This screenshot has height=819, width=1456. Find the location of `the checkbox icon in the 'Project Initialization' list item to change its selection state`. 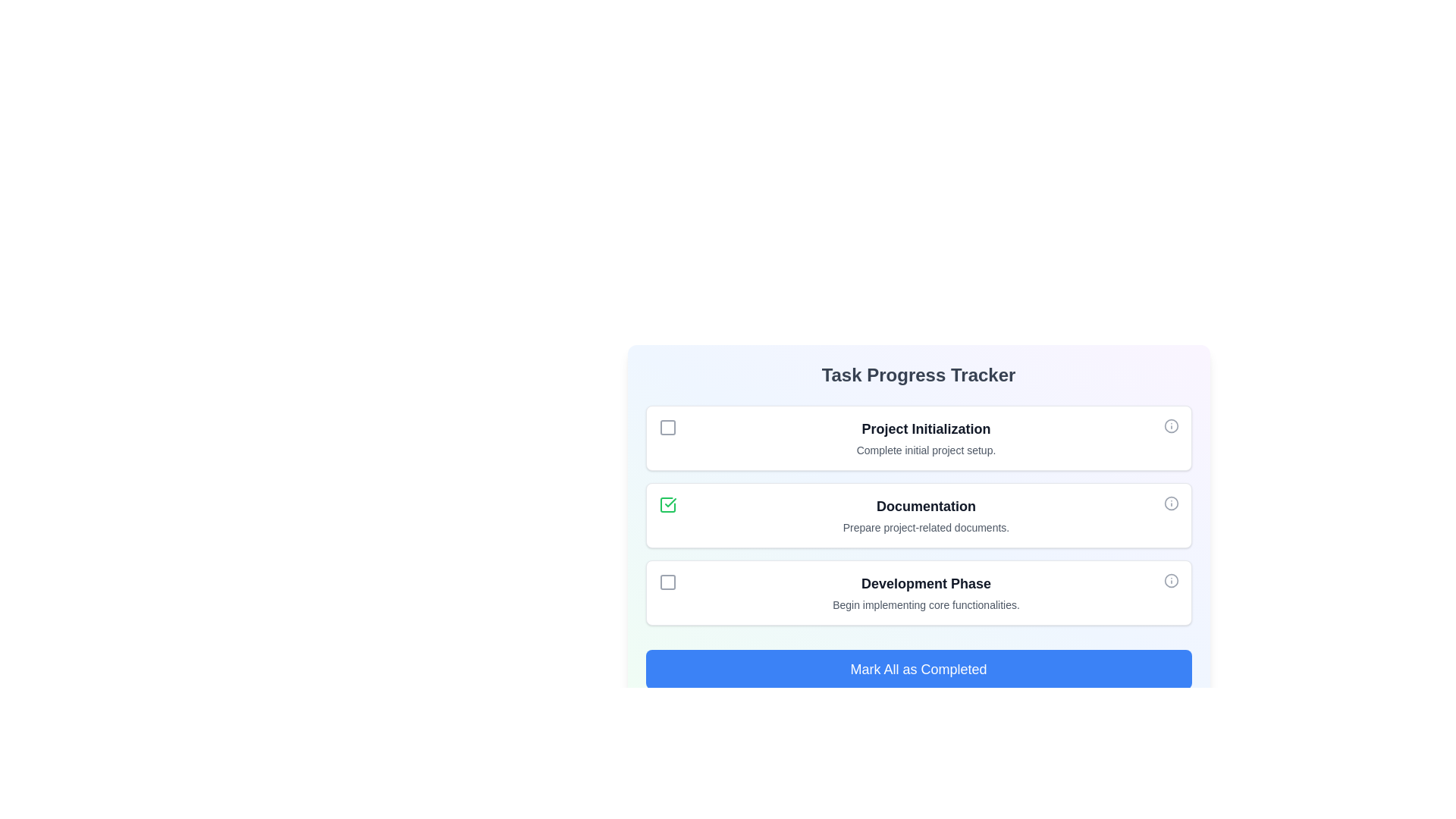

the checkbox icon in the 'Project Initialization' list item to change its selection state is located at coordinates (667, 427).